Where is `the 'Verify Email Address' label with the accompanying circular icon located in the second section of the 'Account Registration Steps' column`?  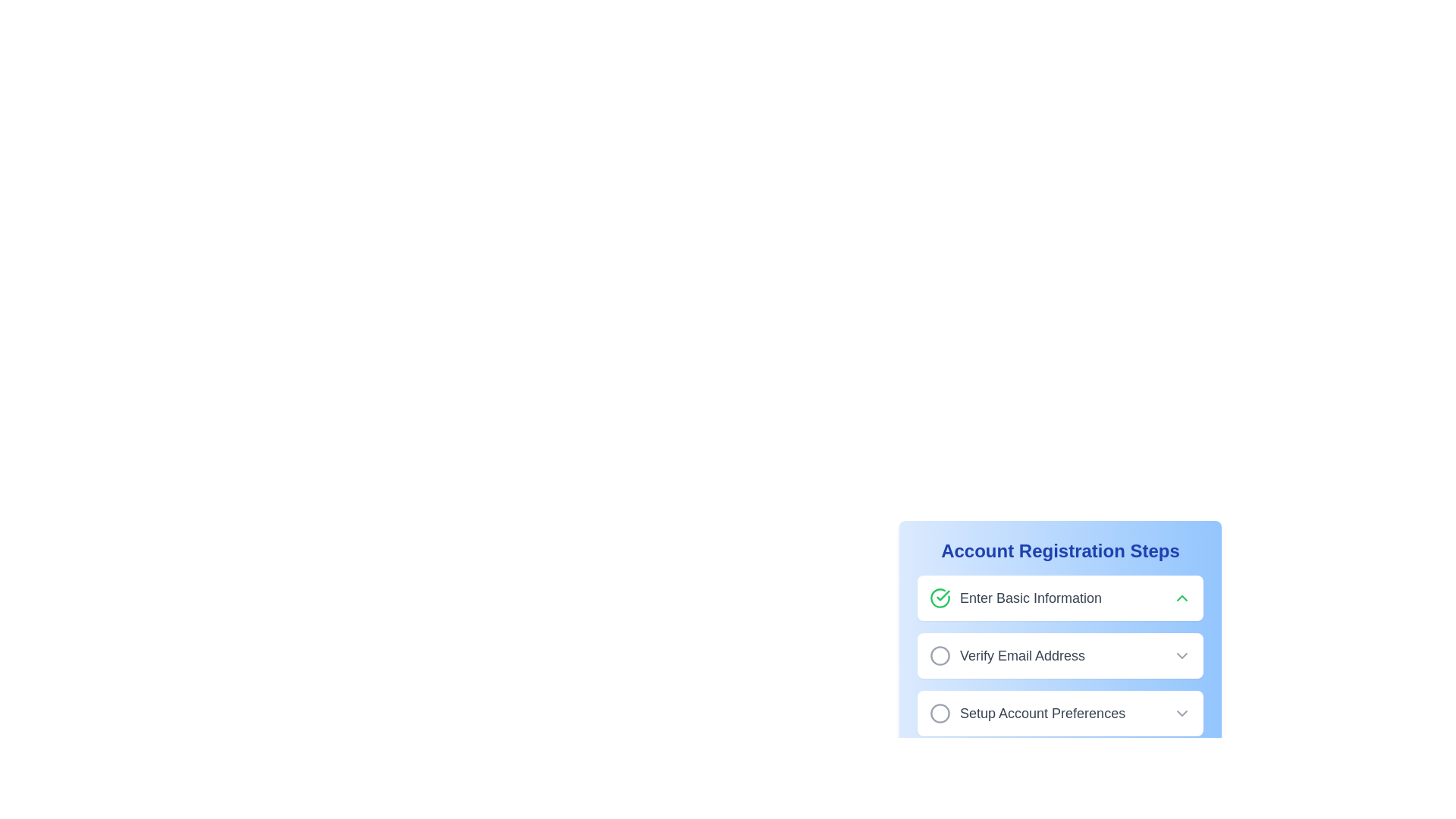 the 'Verify Email Address' label with the accompanying circular icon located in the second section of the 'Account Registration Steps' column is located at coordinates (1007, 654).